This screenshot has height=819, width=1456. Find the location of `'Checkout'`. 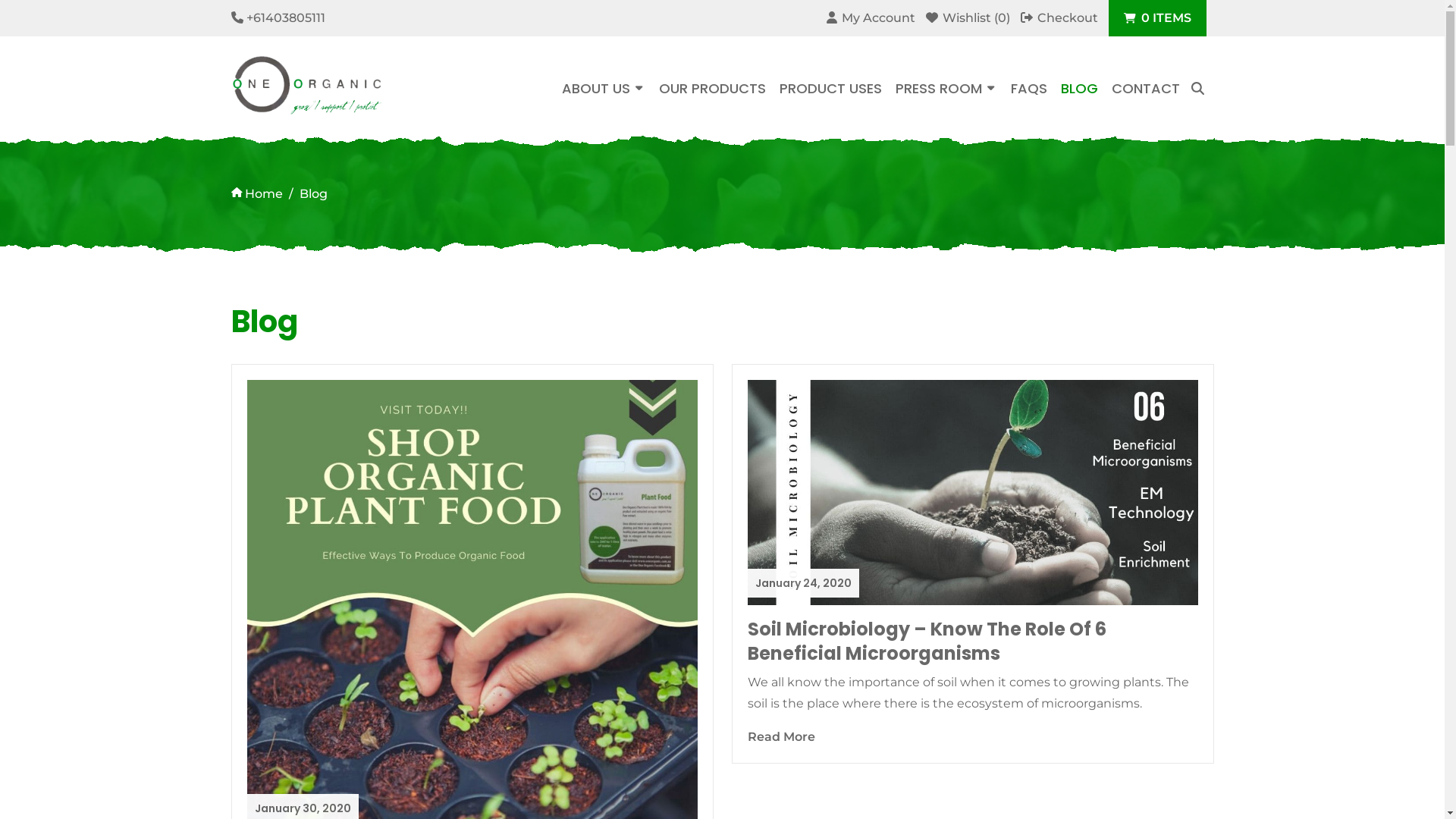

'Checkout' is located at coordinates (1058, 17).